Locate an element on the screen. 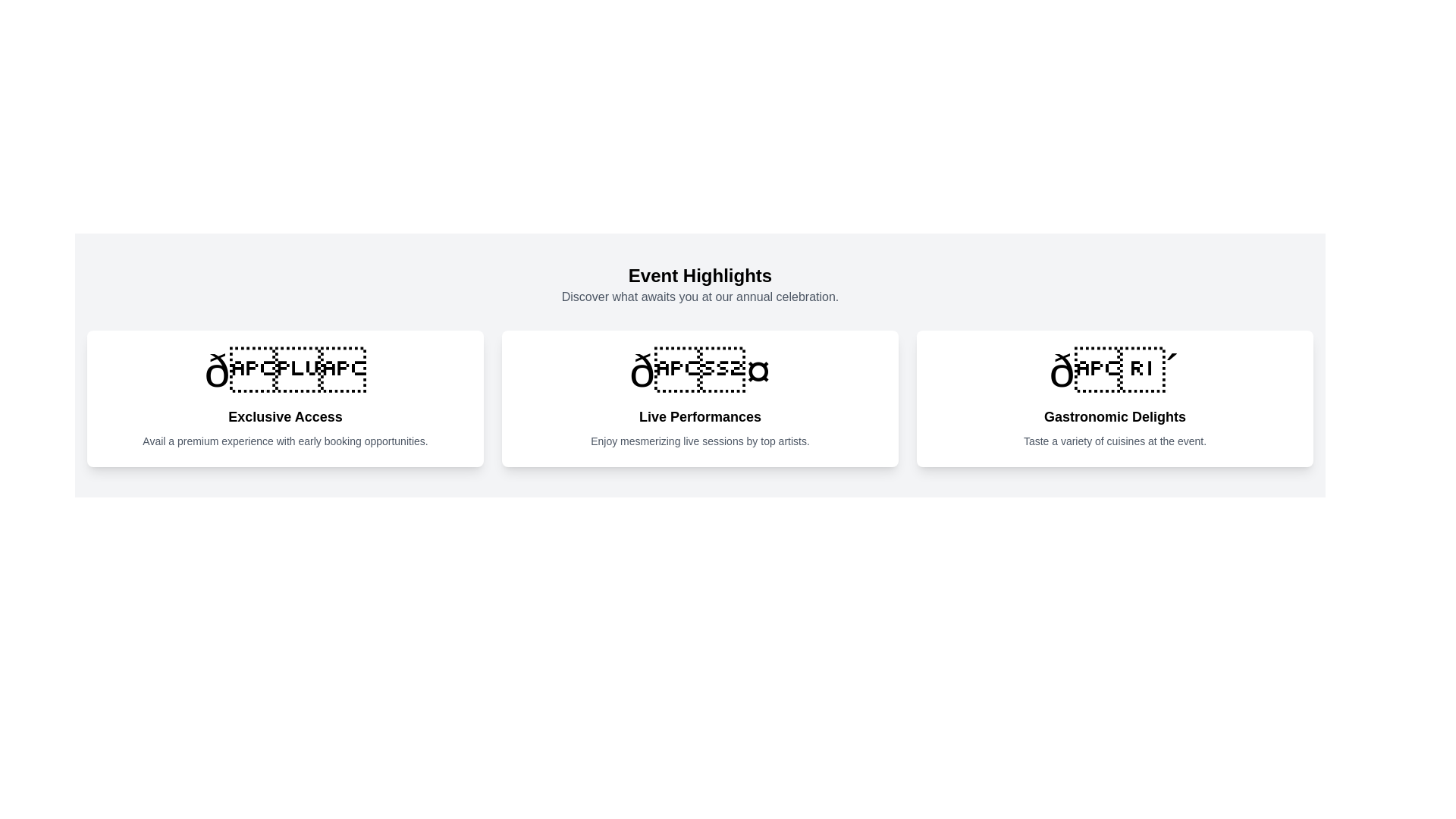  the bold and enlarged text stating 'Event Highlights', which is prominently displayed at the top of the section containing an introductory heading is located at coordinates (699, 275).